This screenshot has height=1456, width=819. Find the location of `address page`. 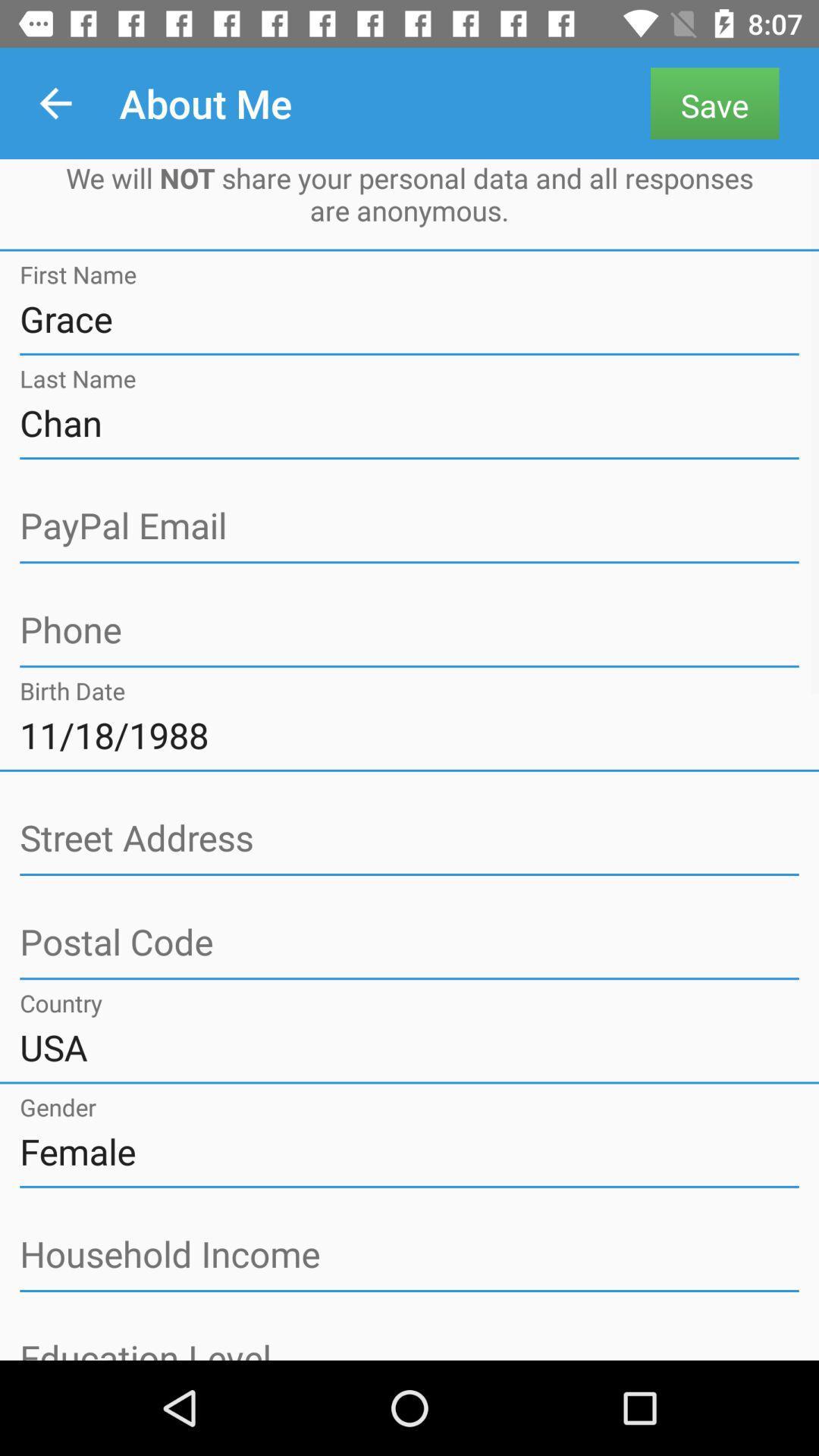

address page is located at coordinates (409, 942).